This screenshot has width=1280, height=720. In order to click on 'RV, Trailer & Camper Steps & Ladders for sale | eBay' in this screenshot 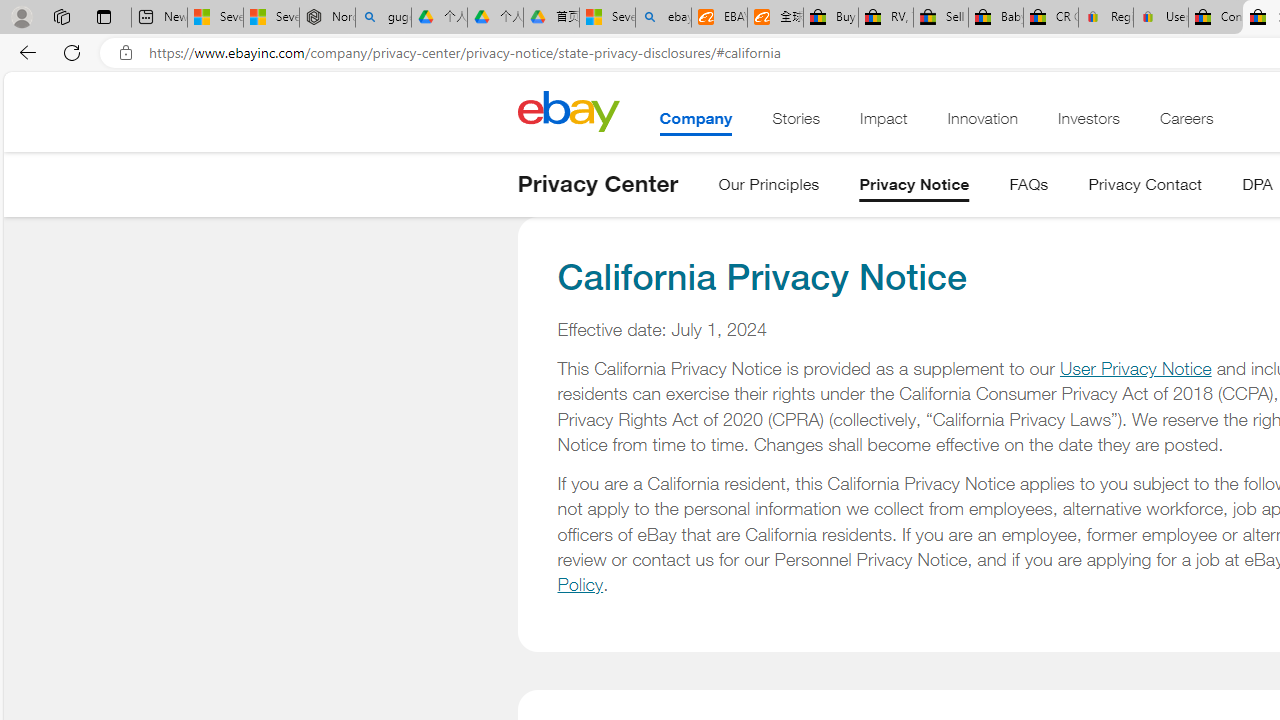, I will do `click(884, 17)`.